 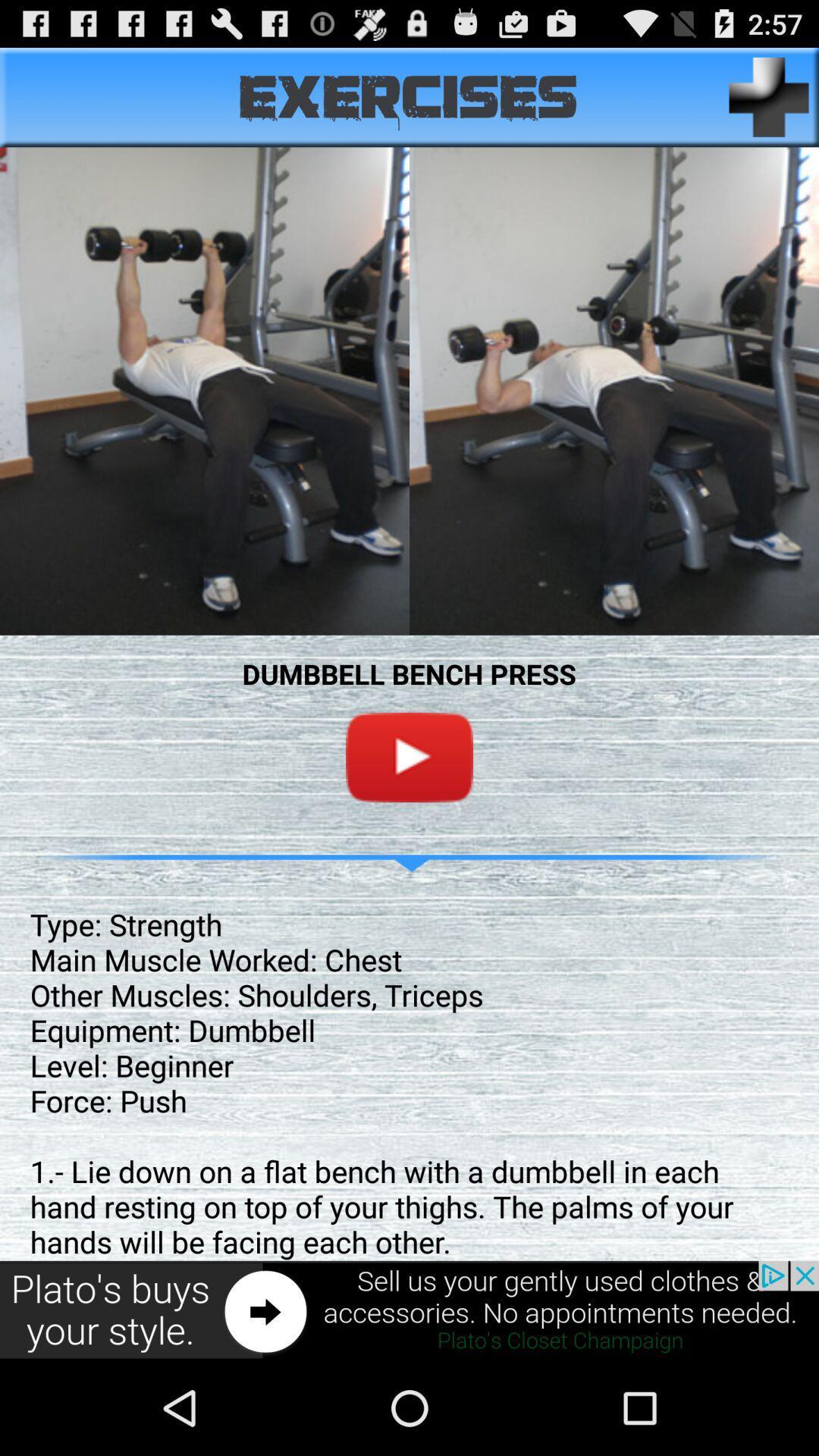 What do you see at coordinates (409, 757) in the screenshot?
I see `option` at bounding box center [409, 757].